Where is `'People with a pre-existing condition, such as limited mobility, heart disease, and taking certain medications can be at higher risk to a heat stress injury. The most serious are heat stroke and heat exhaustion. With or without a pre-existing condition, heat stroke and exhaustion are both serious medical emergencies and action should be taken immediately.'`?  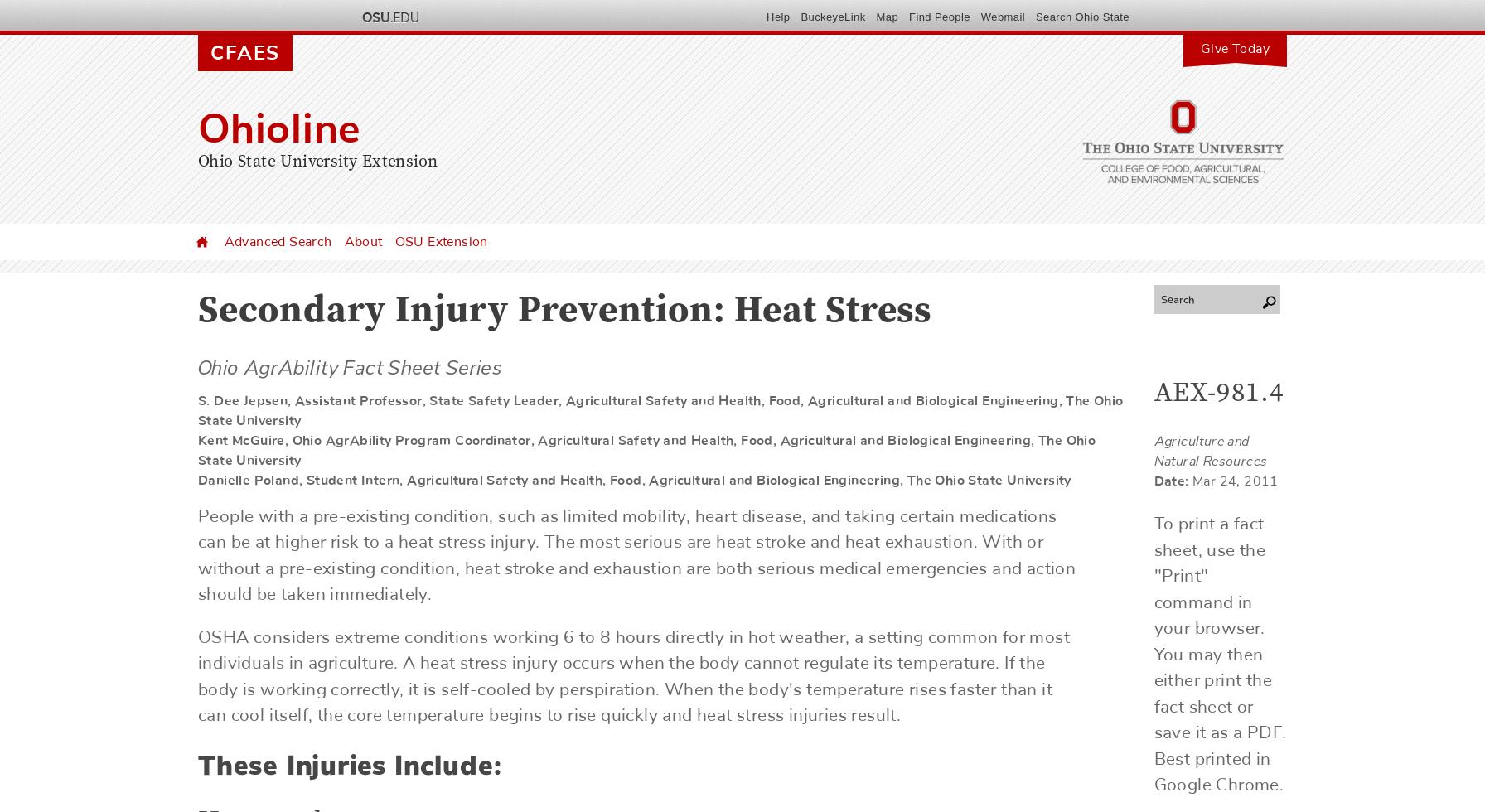 'People with a pre-existing condition, such as limited mobility, heart disease, and taking certain medications can be at higher risk to a heat stress injury. The most serious are heat stroke and heat exhaustion. With or without a pre-existing condition, heat stroke and exhaustion are both serious medical emergencies and action should be taken immediately.' is located at coordinates (636, 555).